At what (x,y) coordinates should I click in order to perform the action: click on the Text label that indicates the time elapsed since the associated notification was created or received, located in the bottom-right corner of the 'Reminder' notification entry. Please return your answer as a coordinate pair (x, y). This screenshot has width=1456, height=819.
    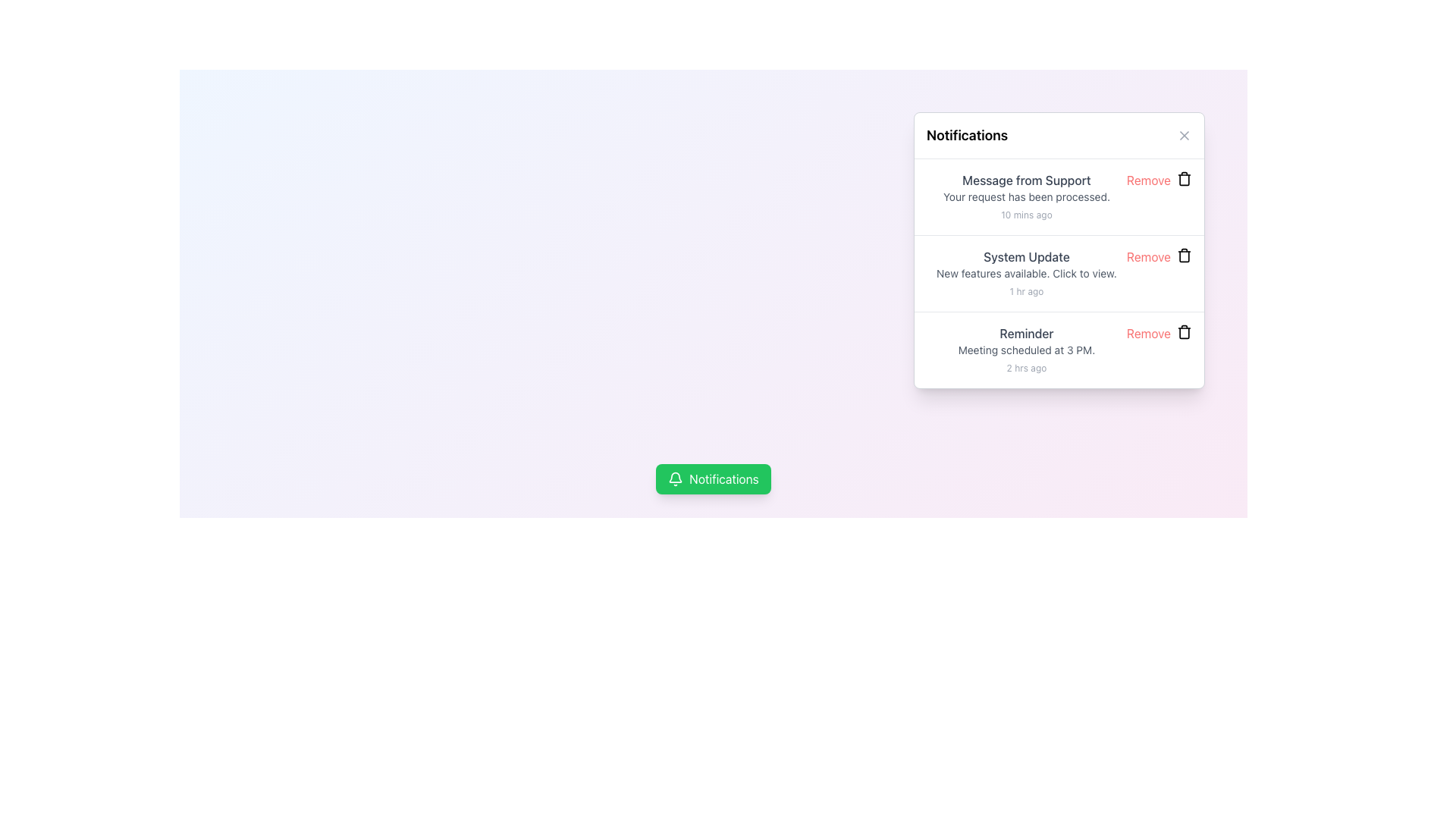
    Looking at the image, I should click on (1026, 368).